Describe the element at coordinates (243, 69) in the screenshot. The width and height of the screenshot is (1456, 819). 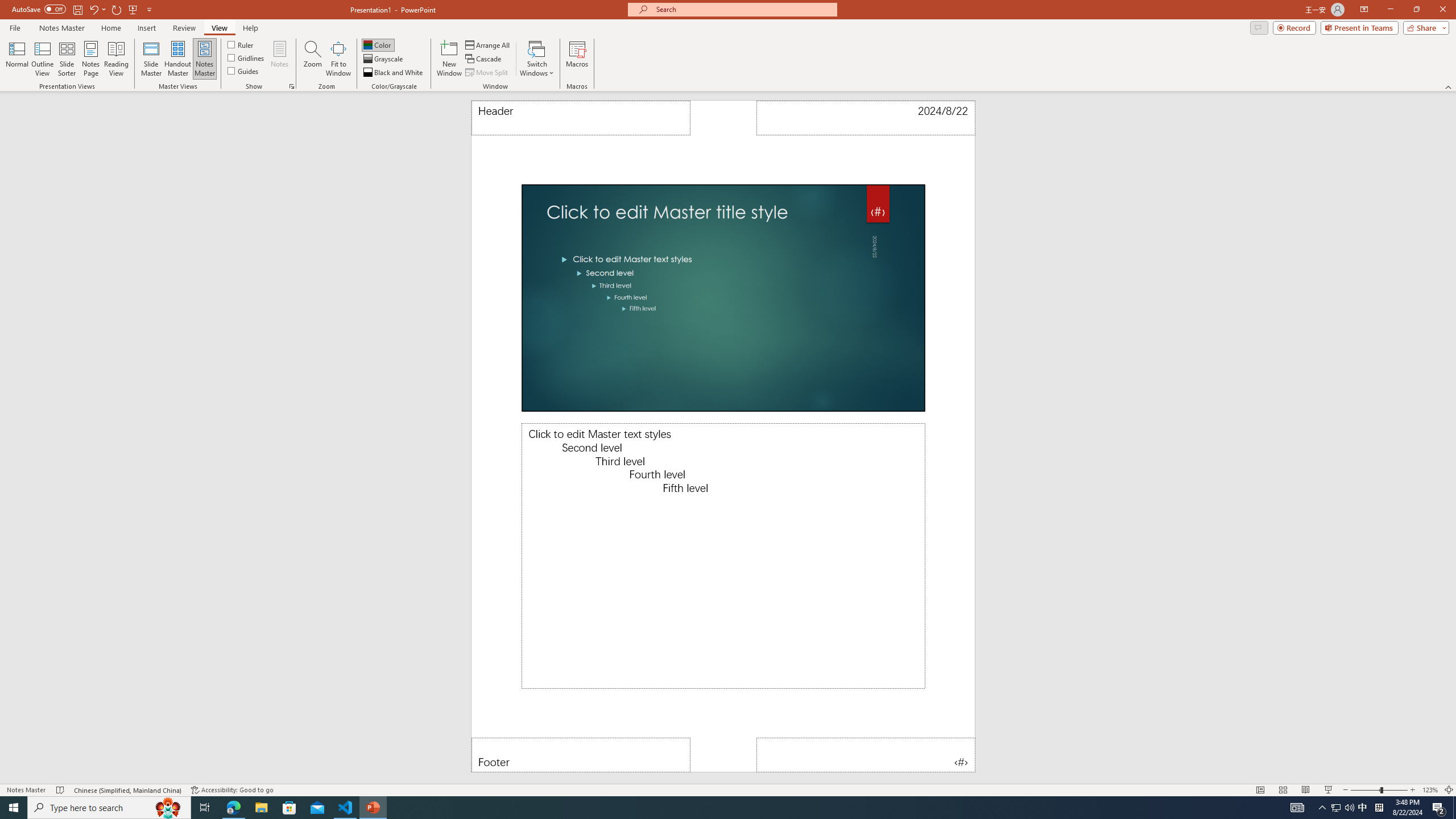
I see `'Guides'` at that location.